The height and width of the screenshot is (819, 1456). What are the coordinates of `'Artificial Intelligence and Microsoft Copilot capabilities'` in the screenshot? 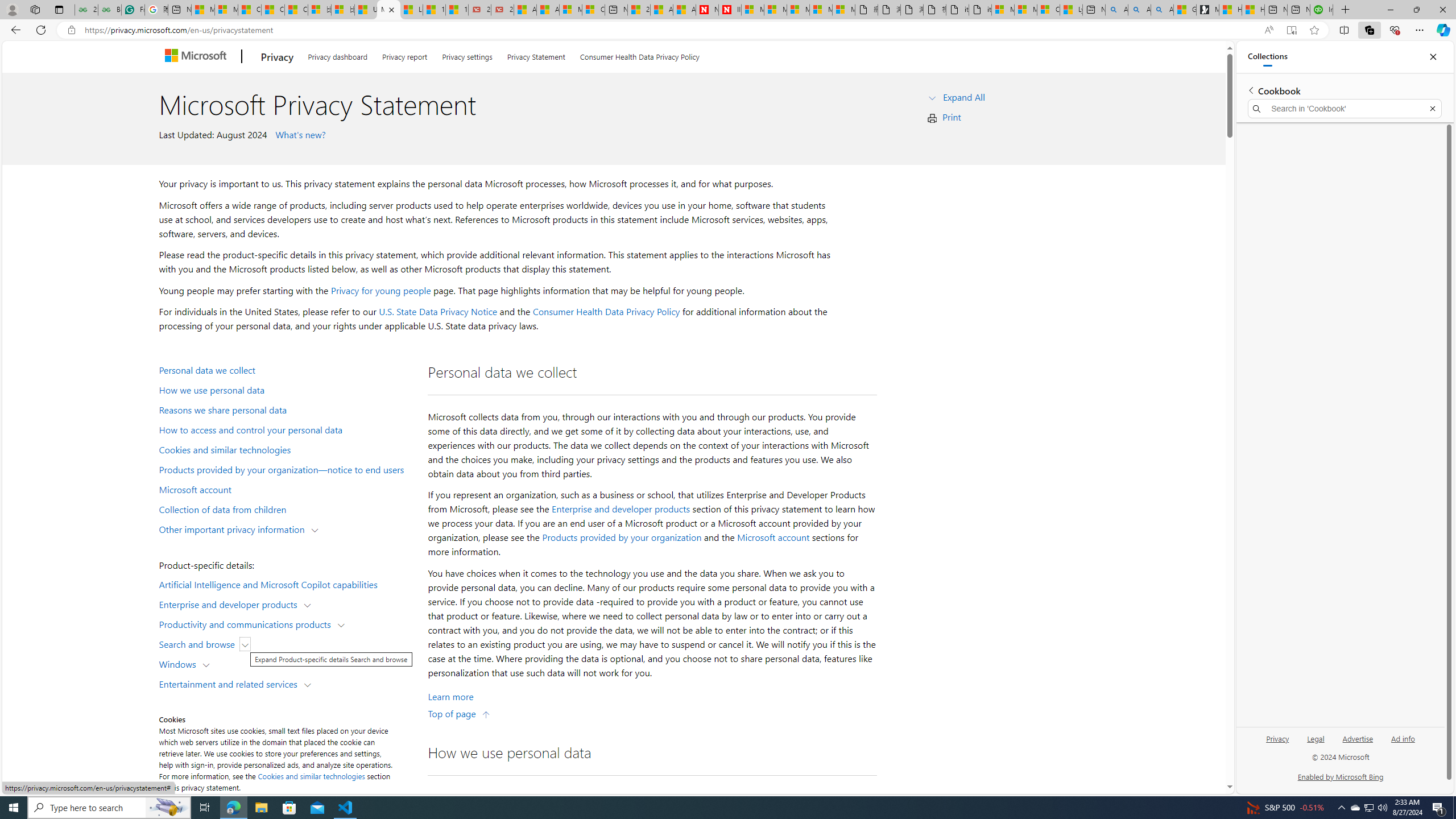 It's located at (287, 584).